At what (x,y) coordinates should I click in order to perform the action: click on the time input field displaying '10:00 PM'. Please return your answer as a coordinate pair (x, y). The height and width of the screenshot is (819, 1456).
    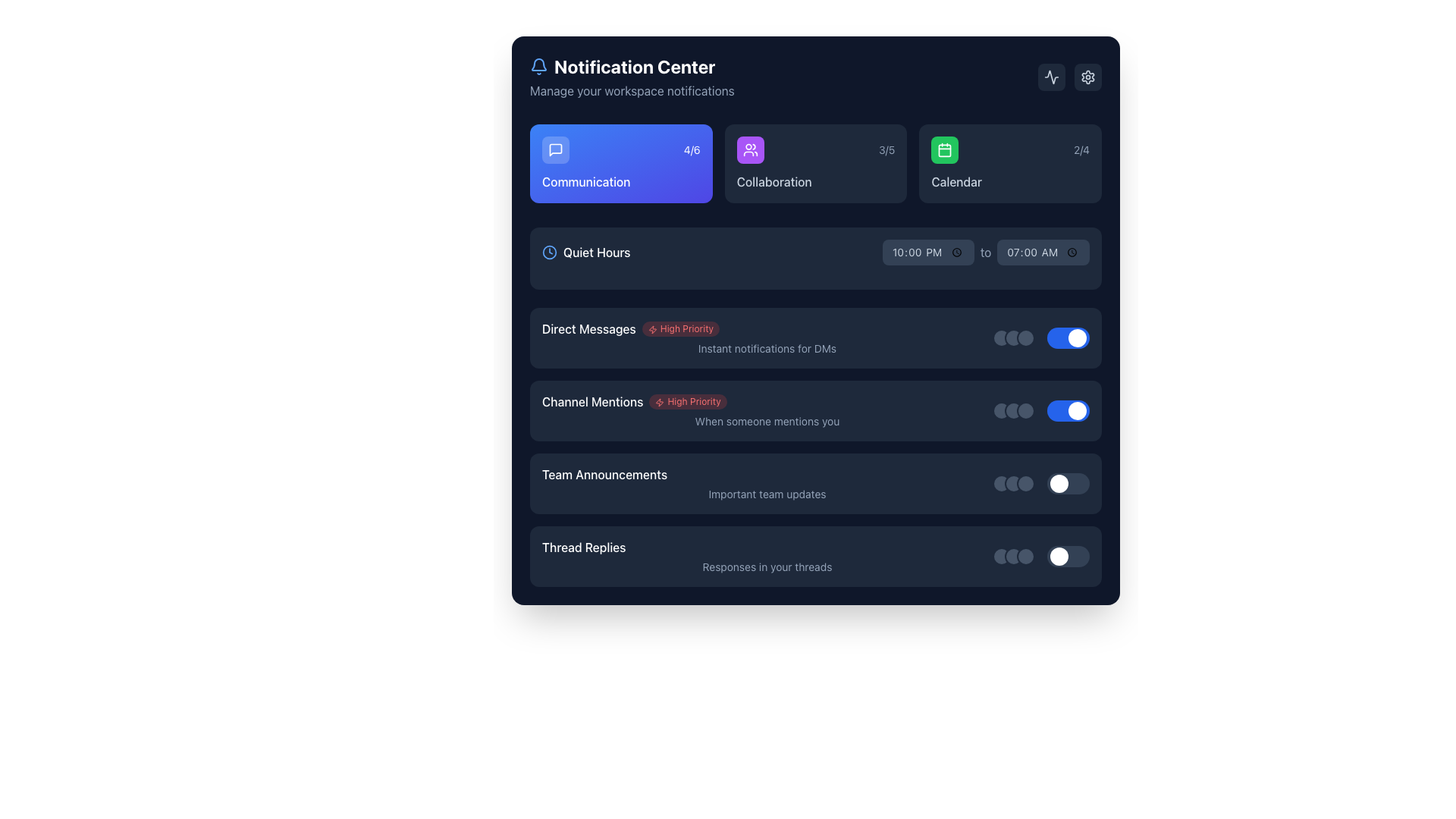
    Looking at the image, I should click on (927, 251).